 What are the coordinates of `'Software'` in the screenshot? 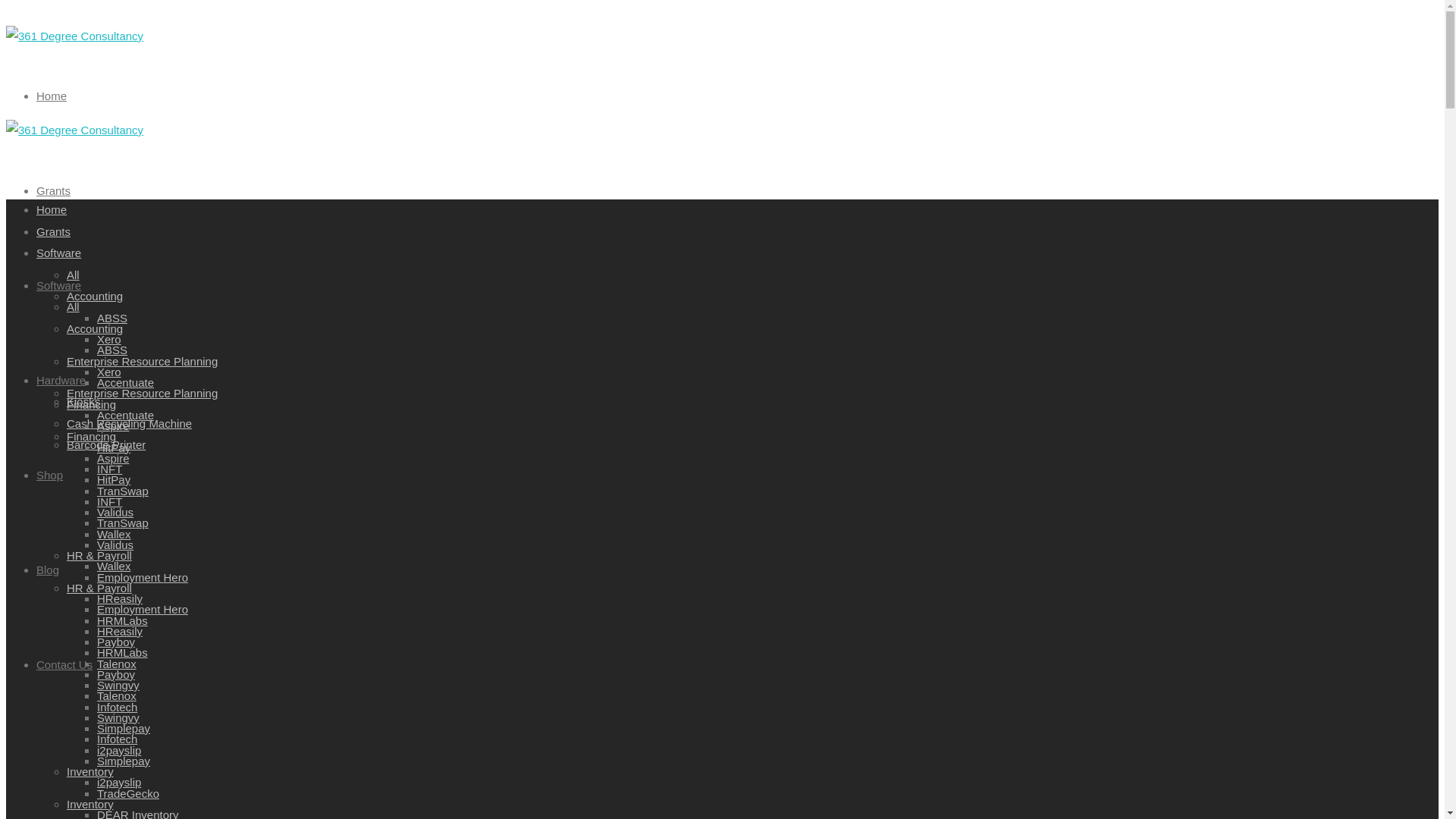 It's located at (58, 285).